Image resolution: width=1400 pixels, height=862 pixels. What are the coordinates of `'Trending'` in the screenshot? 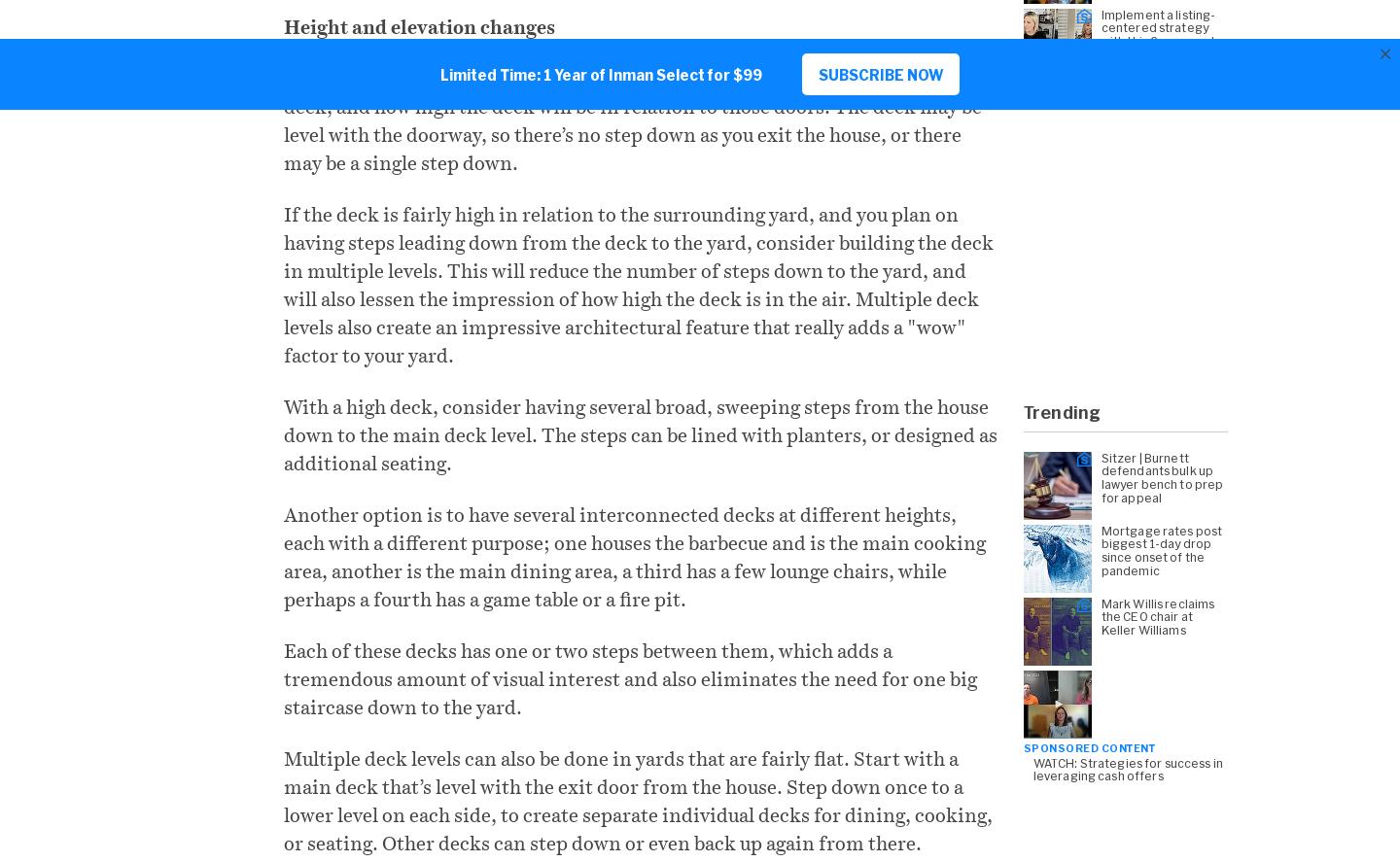 It's located at (1023, 411).